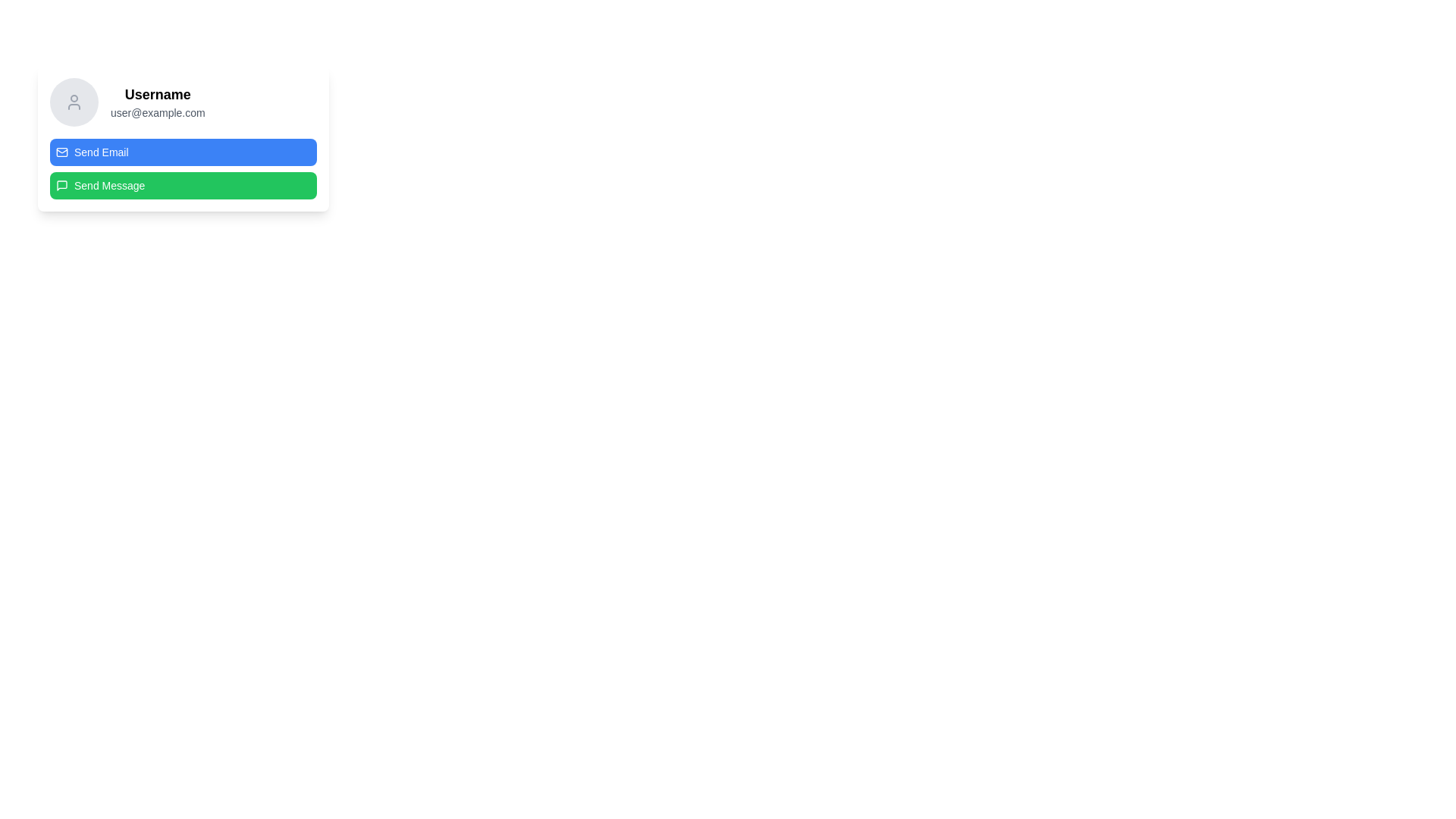 The image size is (1456, 819). What do you see at coordinates (61, 152) in the screenshot?
I see `the small envelope icon within the 'Send Email' button located at the top-left corner of the button` at bounding box center [61, 152].